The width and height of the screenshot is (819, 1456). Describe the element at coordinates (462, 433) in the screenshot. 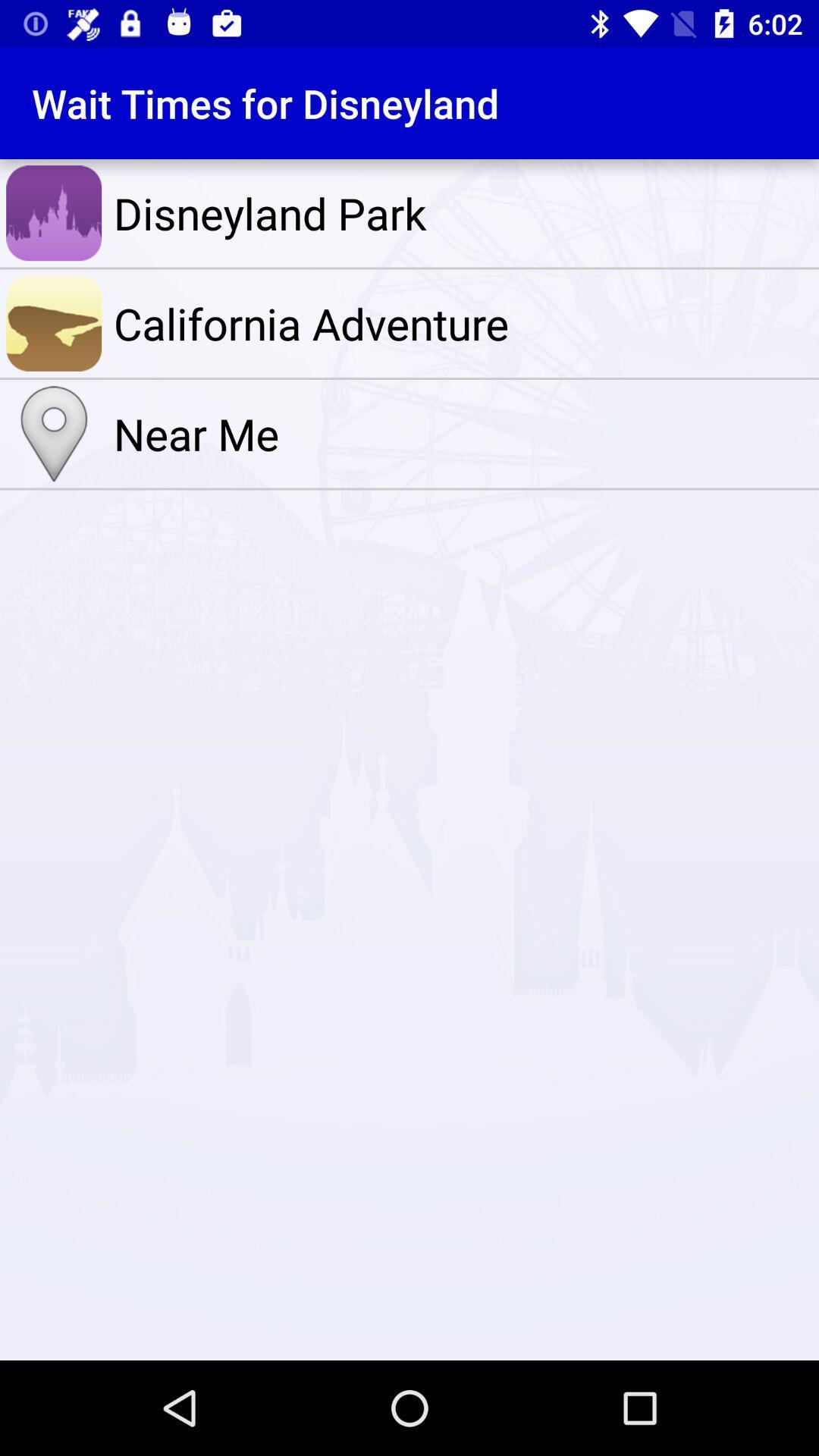

I see `the icon below the california adventure item` at that location.